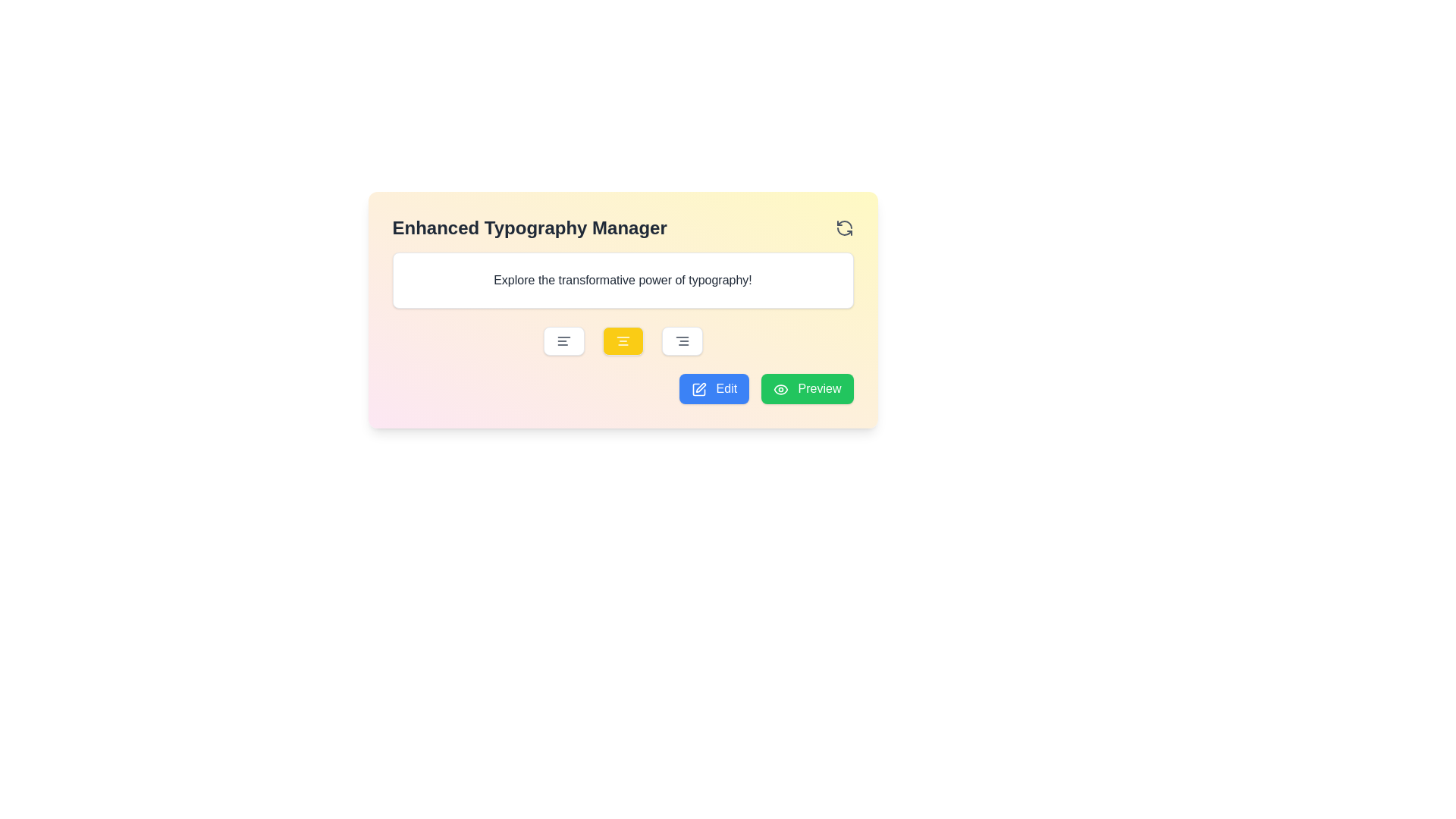 Image resolution: width=1456 pixels, height=819 pixels. I want to click on the eye icon located within the green 'Preview' button, positioned at the leftmost side of the button, so click(781, 388).